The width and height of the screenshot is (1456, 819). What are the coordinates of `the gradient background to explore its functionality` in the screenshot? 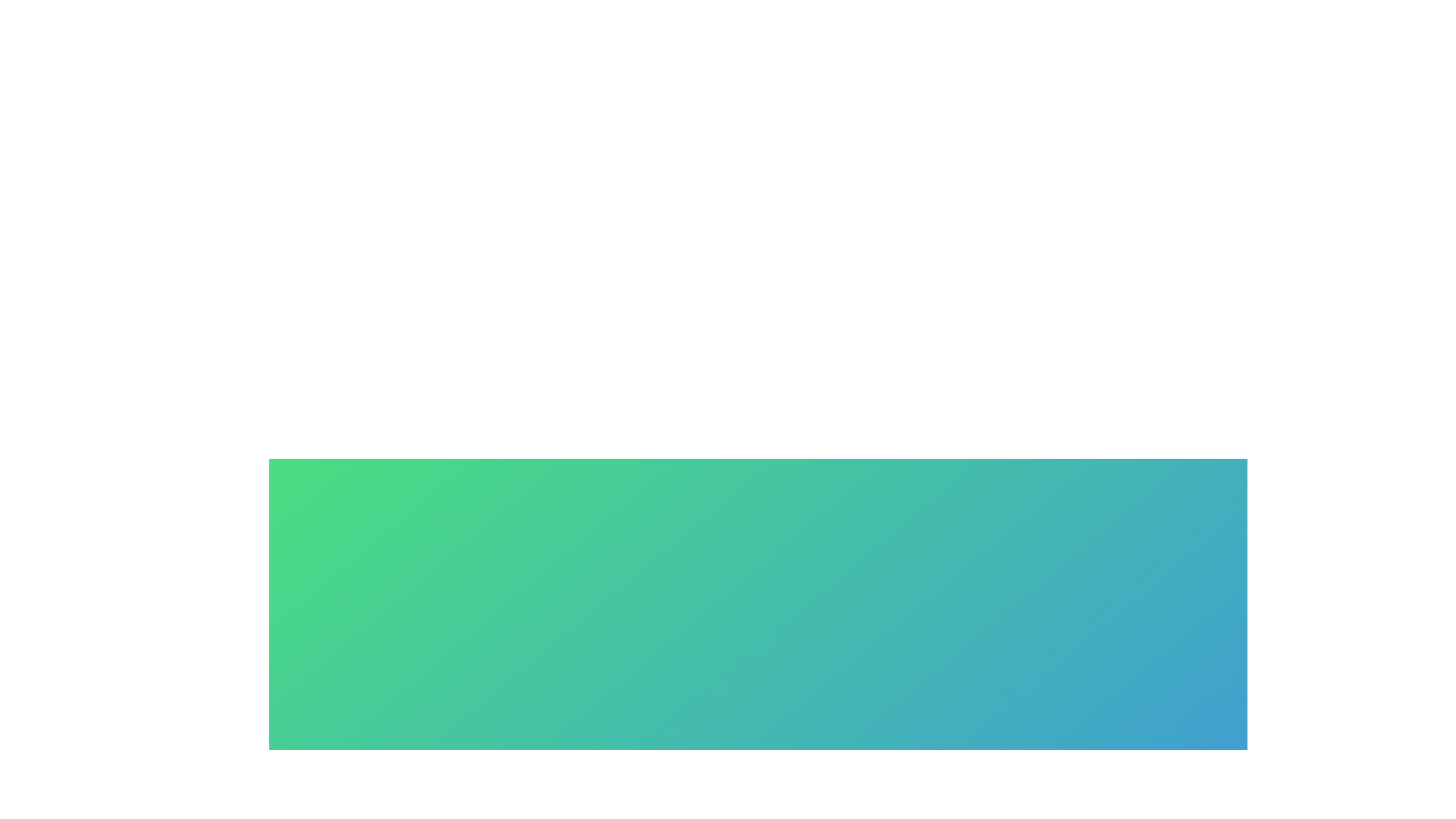 It's located at (758, 595).